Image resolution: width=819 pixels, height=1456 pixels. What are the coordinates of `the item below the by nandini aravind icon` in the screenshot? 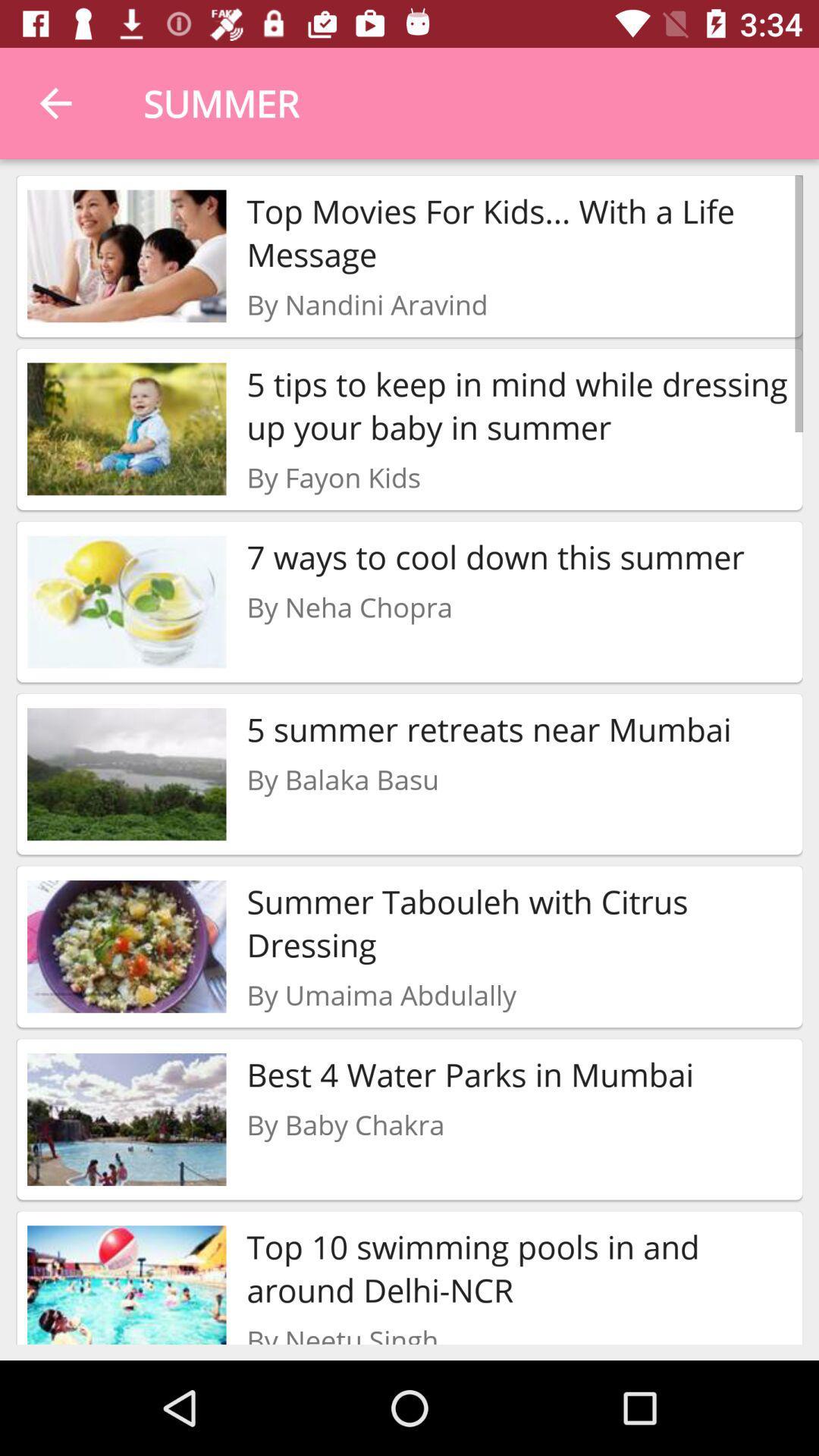 It's located at (519, 406).